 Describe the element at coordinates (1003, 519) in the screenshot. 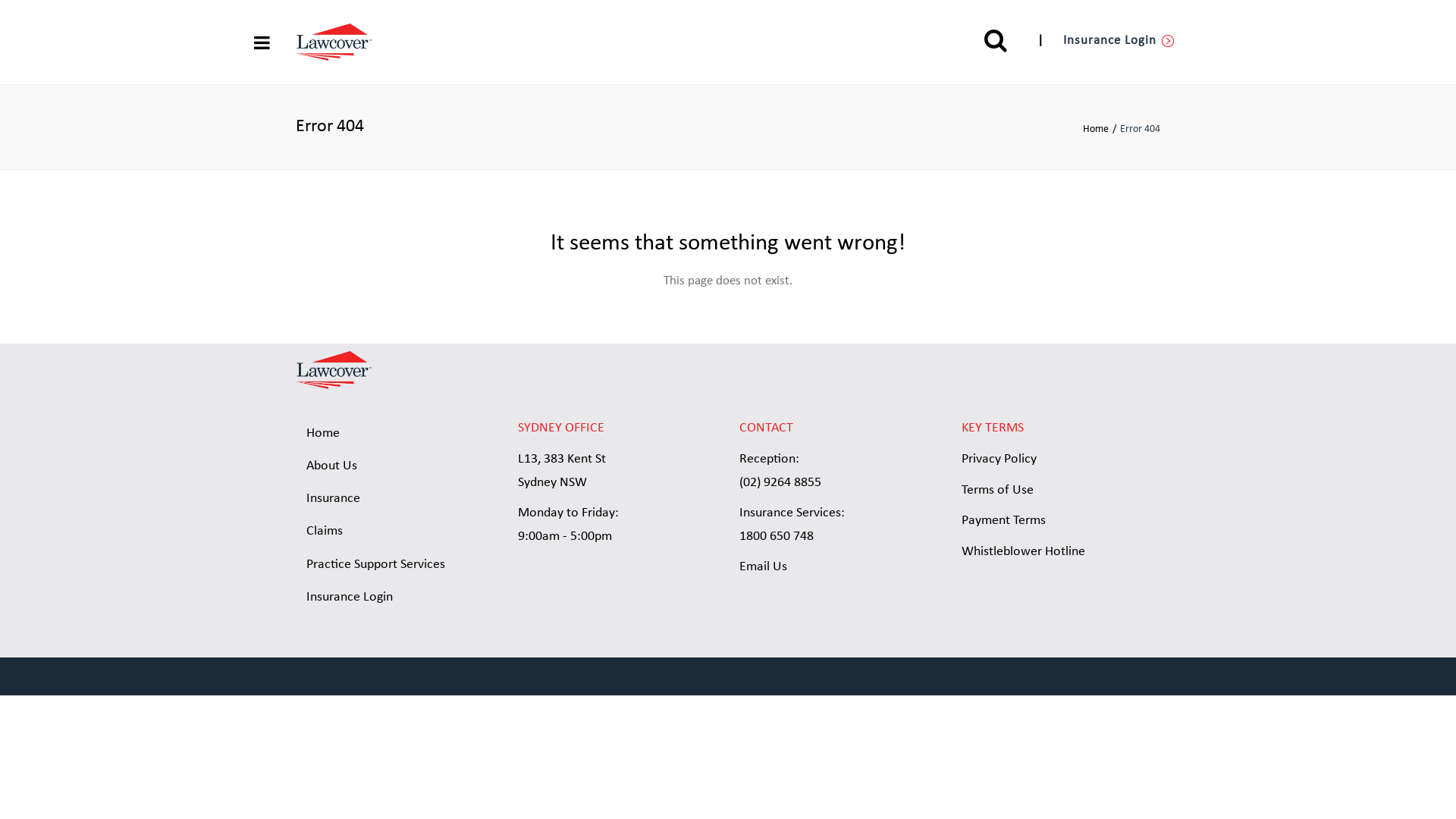

I see `'Payment Terms'` at that location.